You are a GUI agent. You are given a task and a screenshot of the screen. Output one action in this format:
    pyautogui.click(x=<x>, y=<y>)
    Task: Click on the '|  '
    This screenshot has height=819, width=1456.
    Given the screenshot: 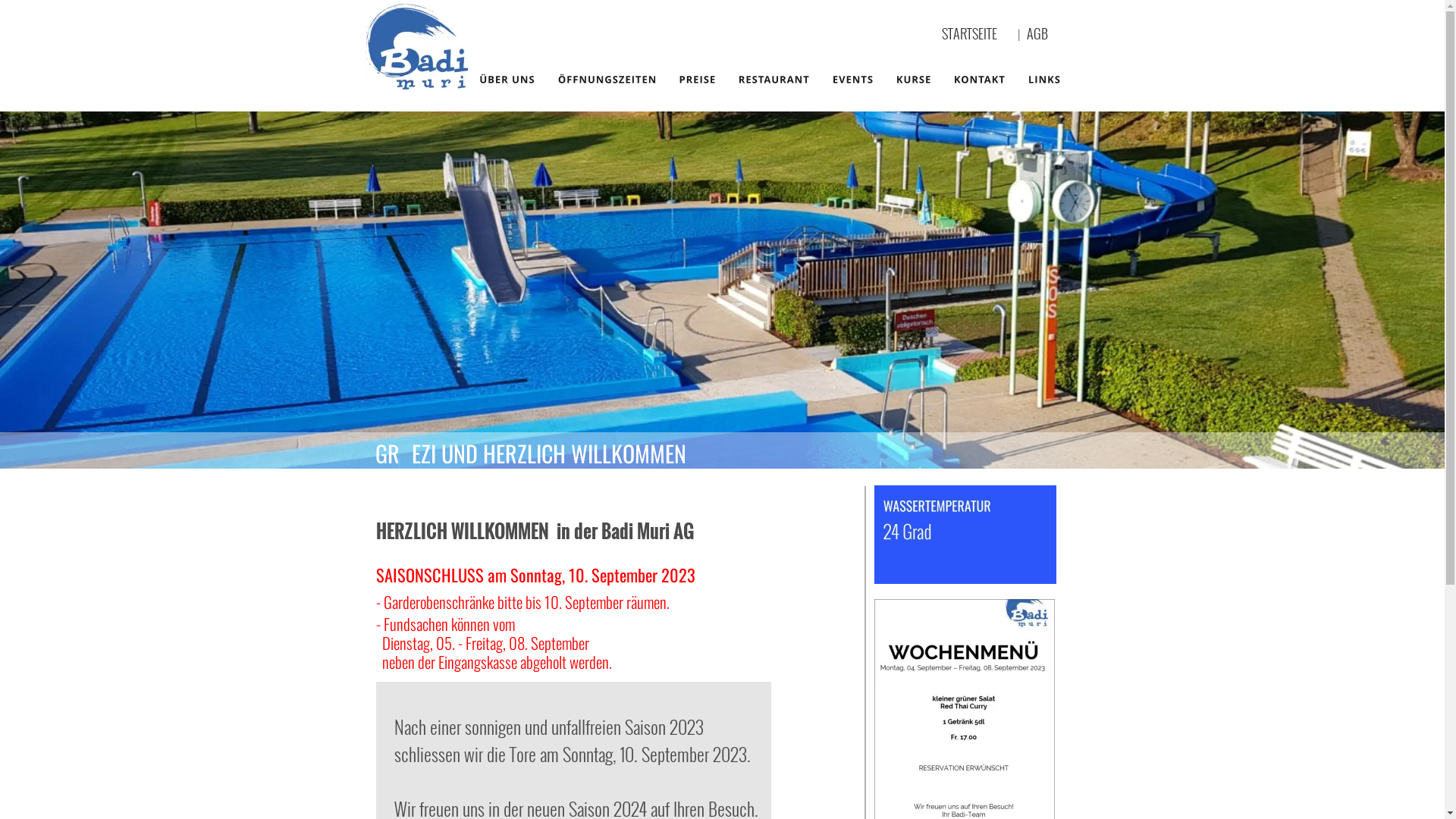 What is the action you would take?
    pyautogui.click(x=1022, y=34)
    